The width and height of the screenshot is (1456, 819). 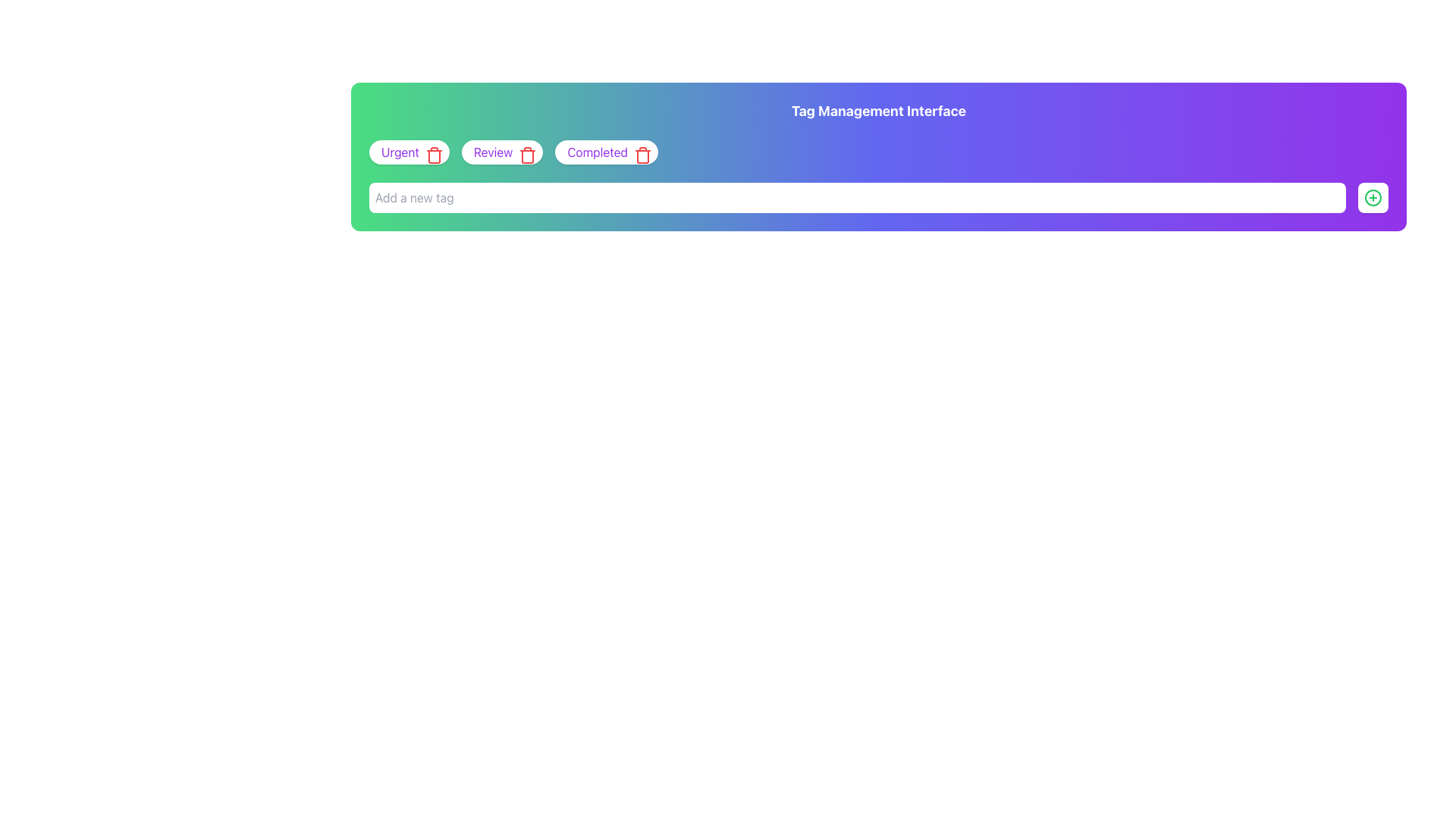 What do you see at coordinates (502, 152) in the screenshot?
I see `the rounded button labeled 'Review' with a trash can icon to potentially trigger hover effects or tooltips` at bounding box center [502, 152].